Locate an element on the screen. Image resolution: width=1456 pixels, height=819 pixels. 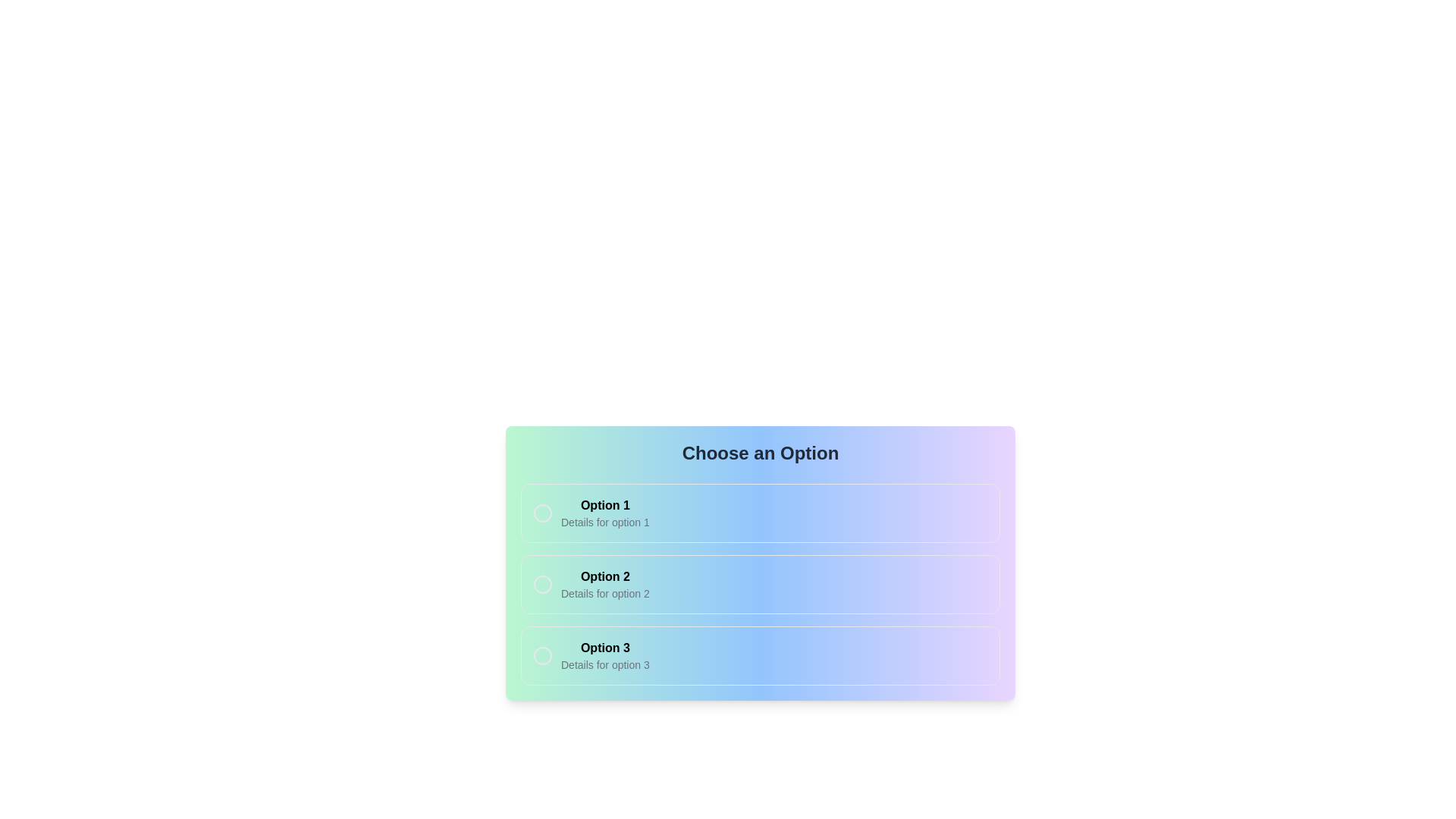
the second option button in the vertical list is located at coordinates (761, 584).